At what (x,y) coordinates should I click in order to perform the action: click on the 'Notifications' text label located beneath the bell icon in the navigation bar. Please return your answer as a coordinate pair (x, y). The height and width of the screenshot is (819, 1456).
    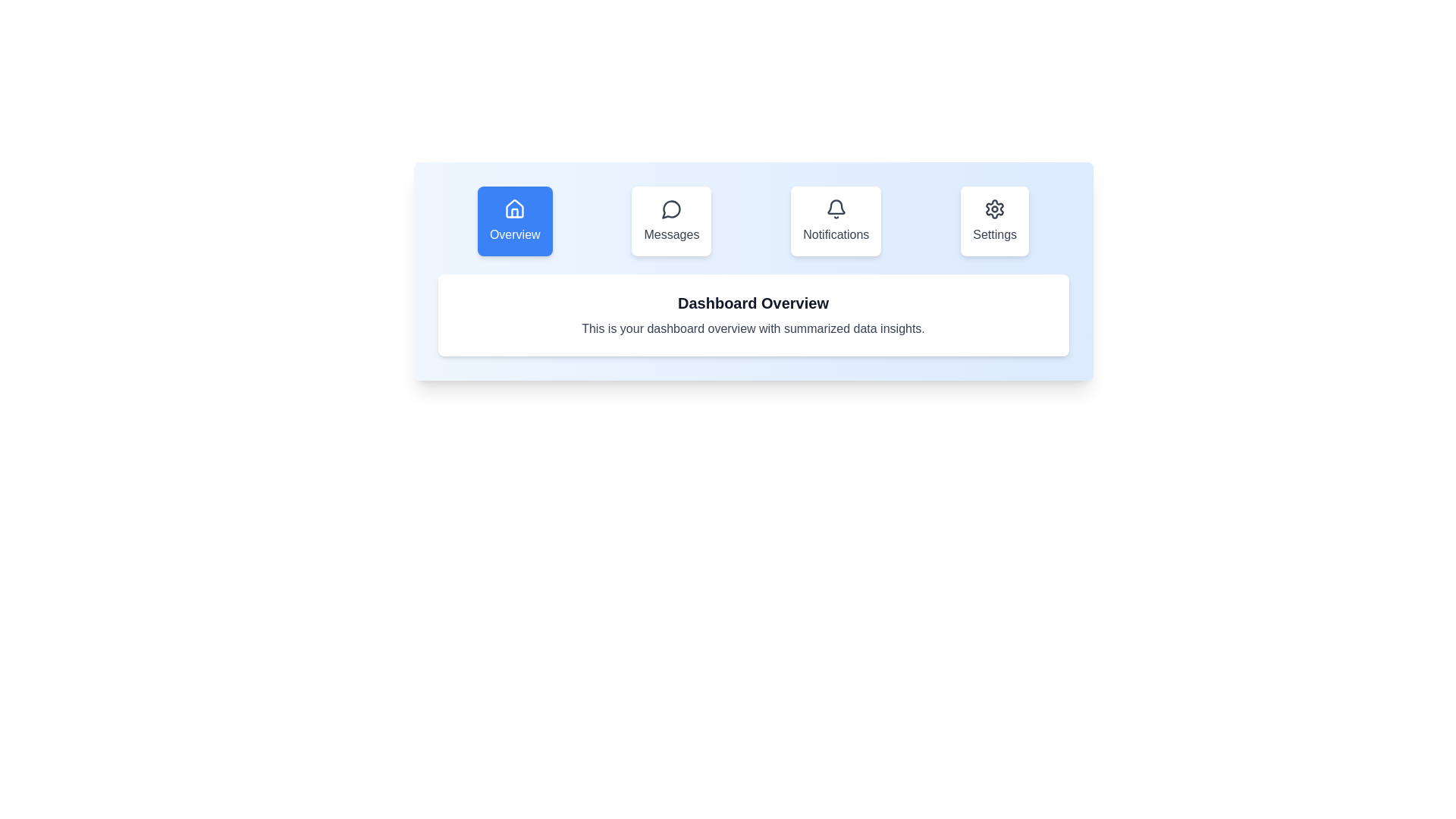
    Looking at the image, I should click on (835, 234).